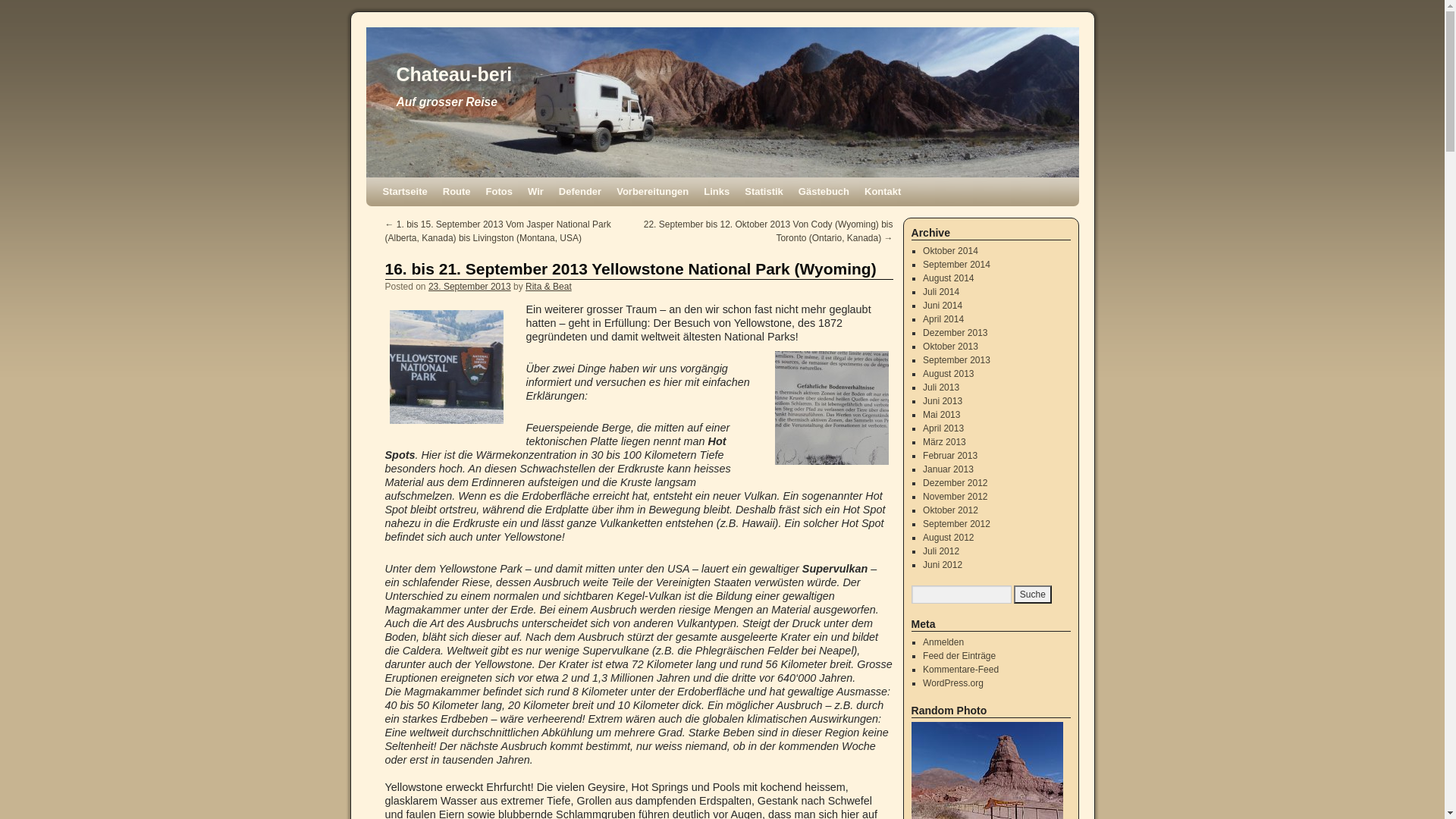 Image resolution: width=1456 pixels, height=819 pixels. I want to click on 'September 2014', so click(955, 263).